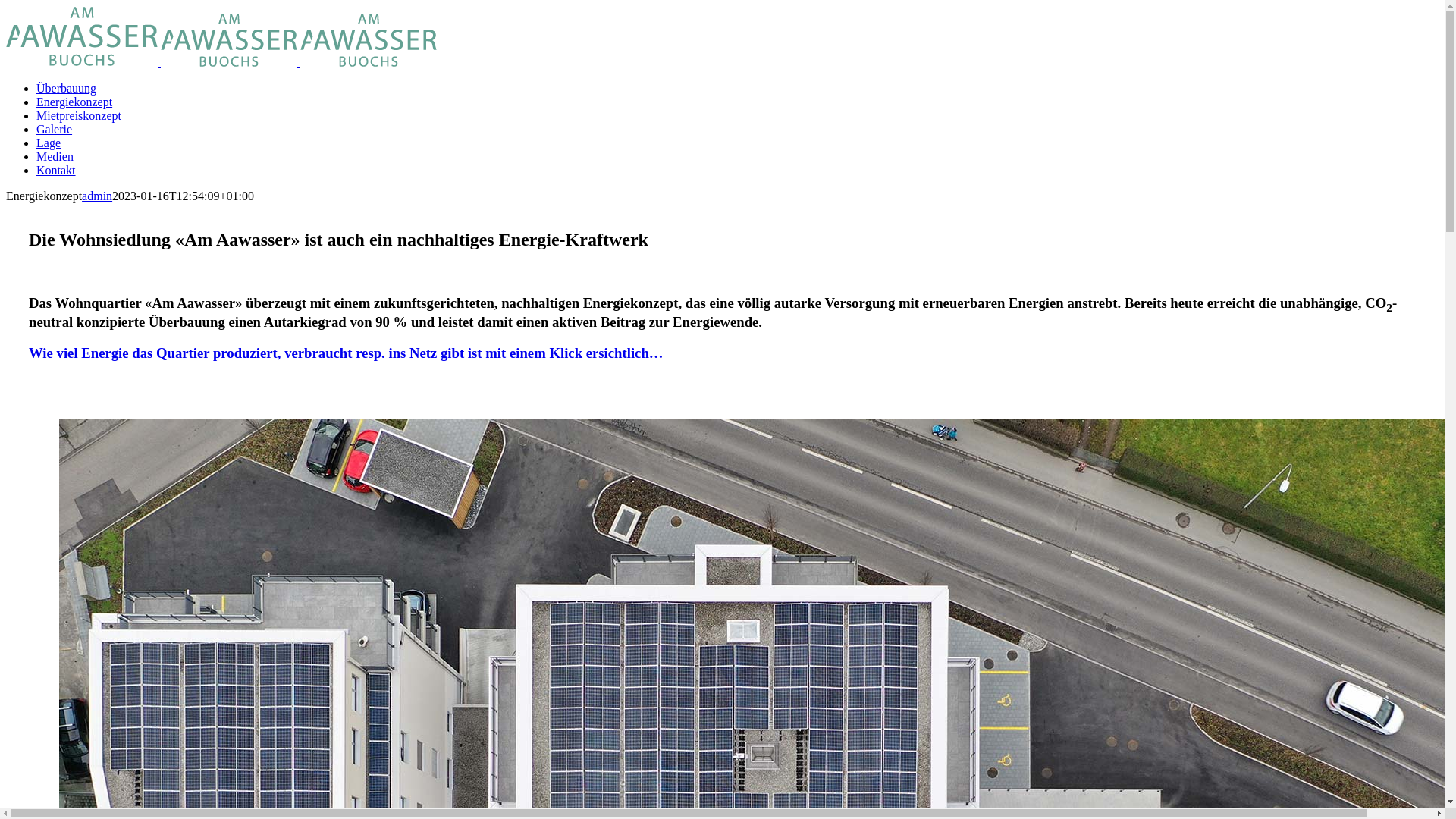 Image resolution: width=1456 pixels, height=819 pixels. What do you see at coordinates (78, 115) in the screenshot?
I see `'Mietpreiskonzept'` at bounding box center [78, 115].